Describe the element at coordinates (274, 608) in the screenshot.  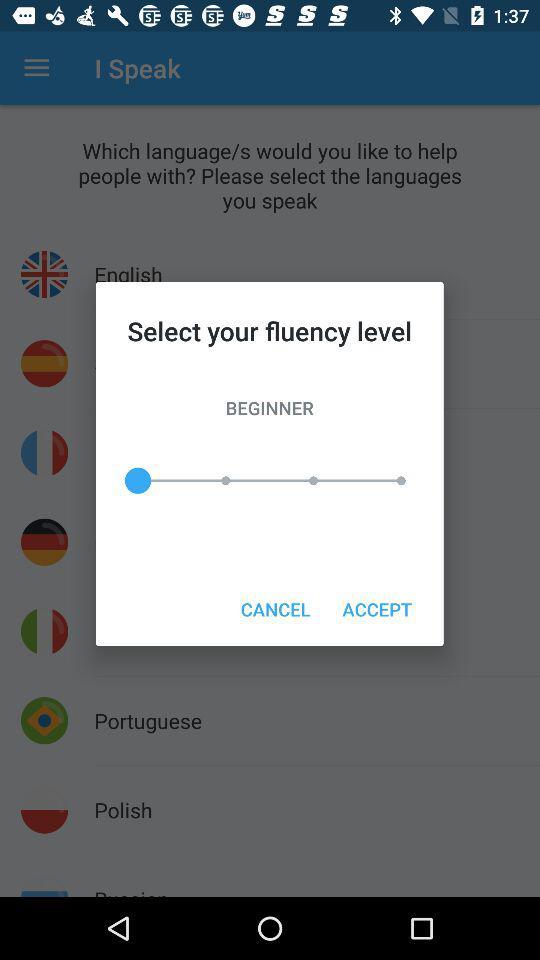
I see `cancel` at that location.